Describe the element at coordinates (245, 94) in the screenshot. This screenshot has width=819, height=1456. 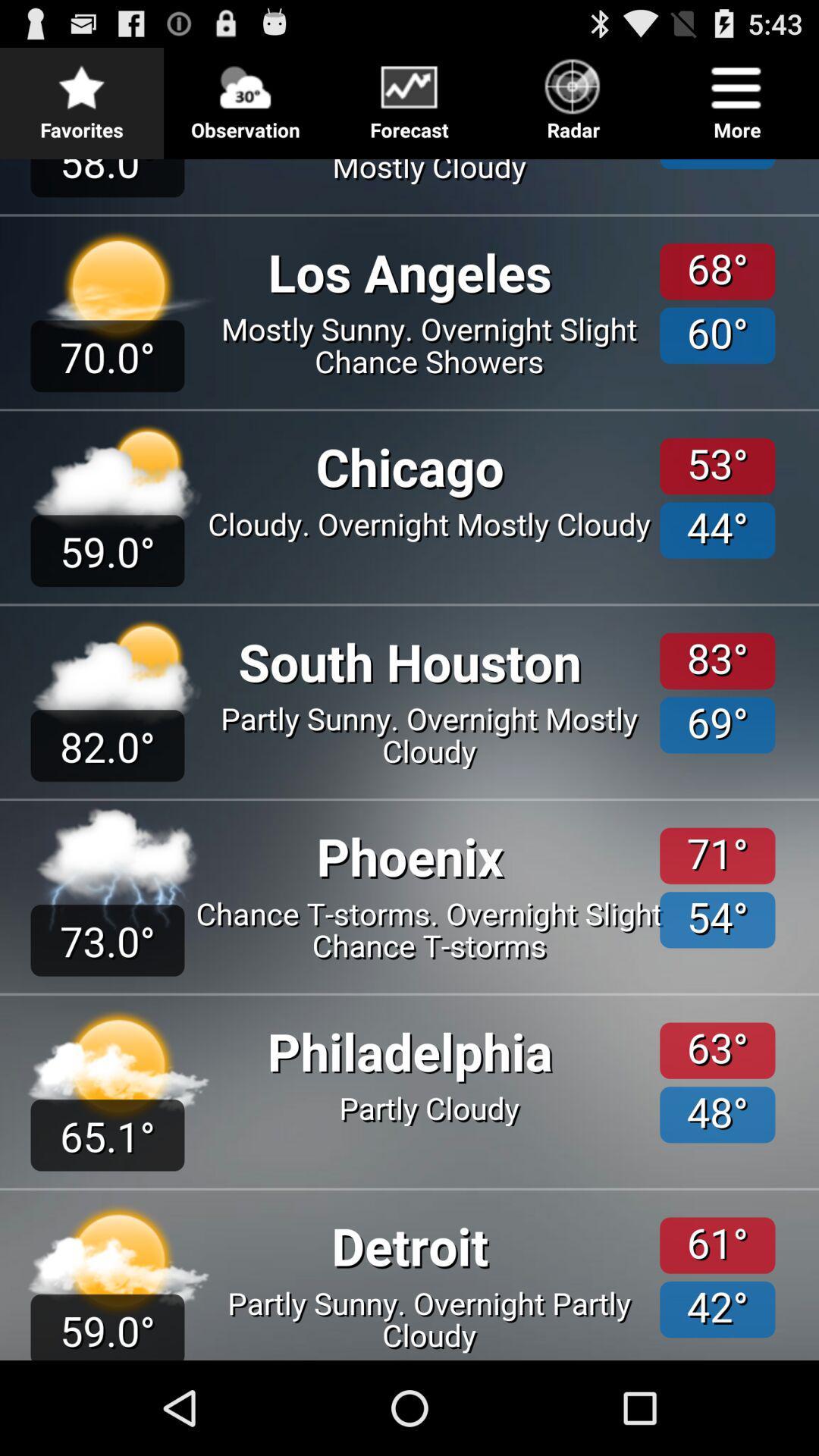
I see `the button next to the forecast item` at that location.